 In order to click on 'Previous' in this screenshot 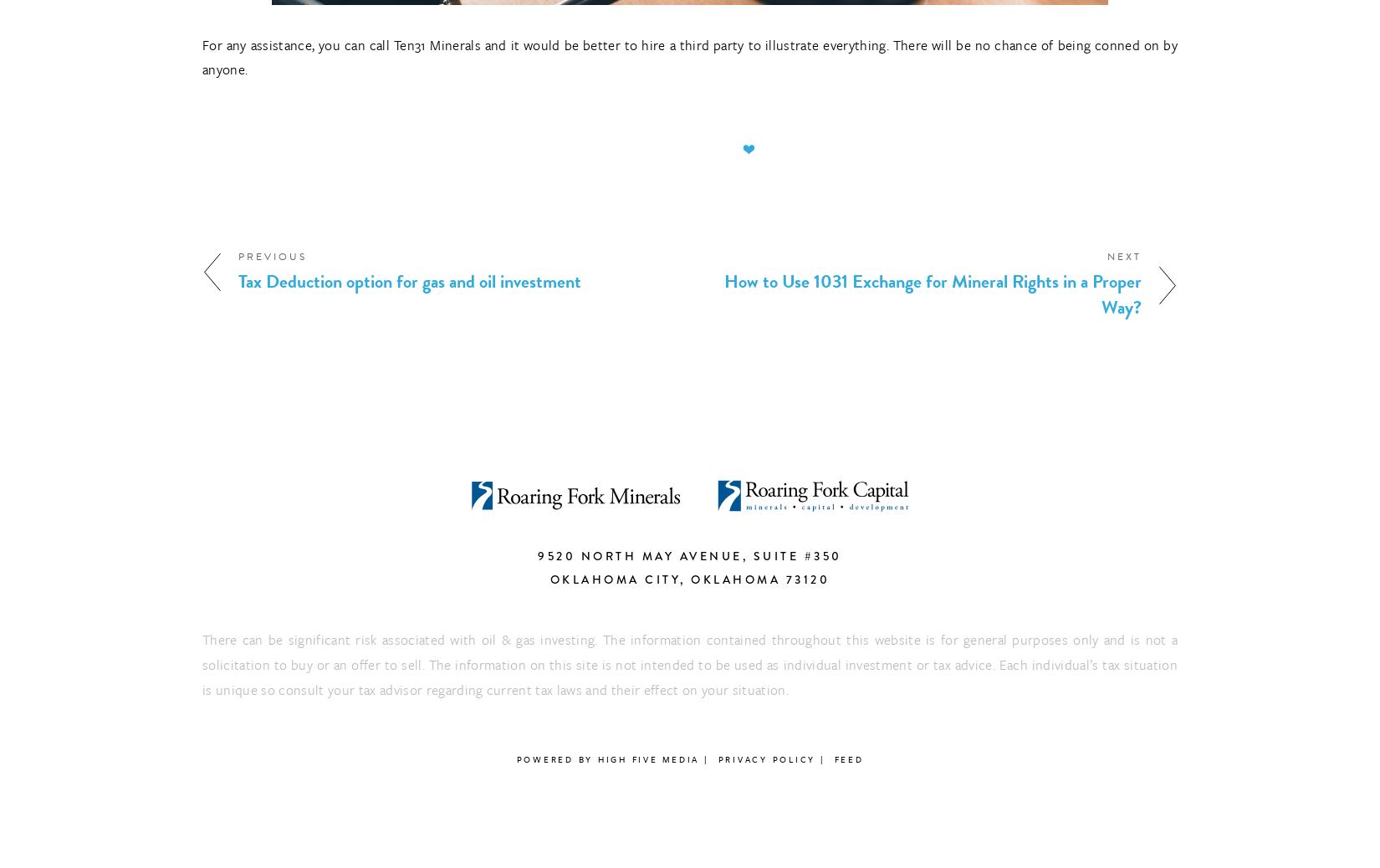, I will do `click(273, 256)`.